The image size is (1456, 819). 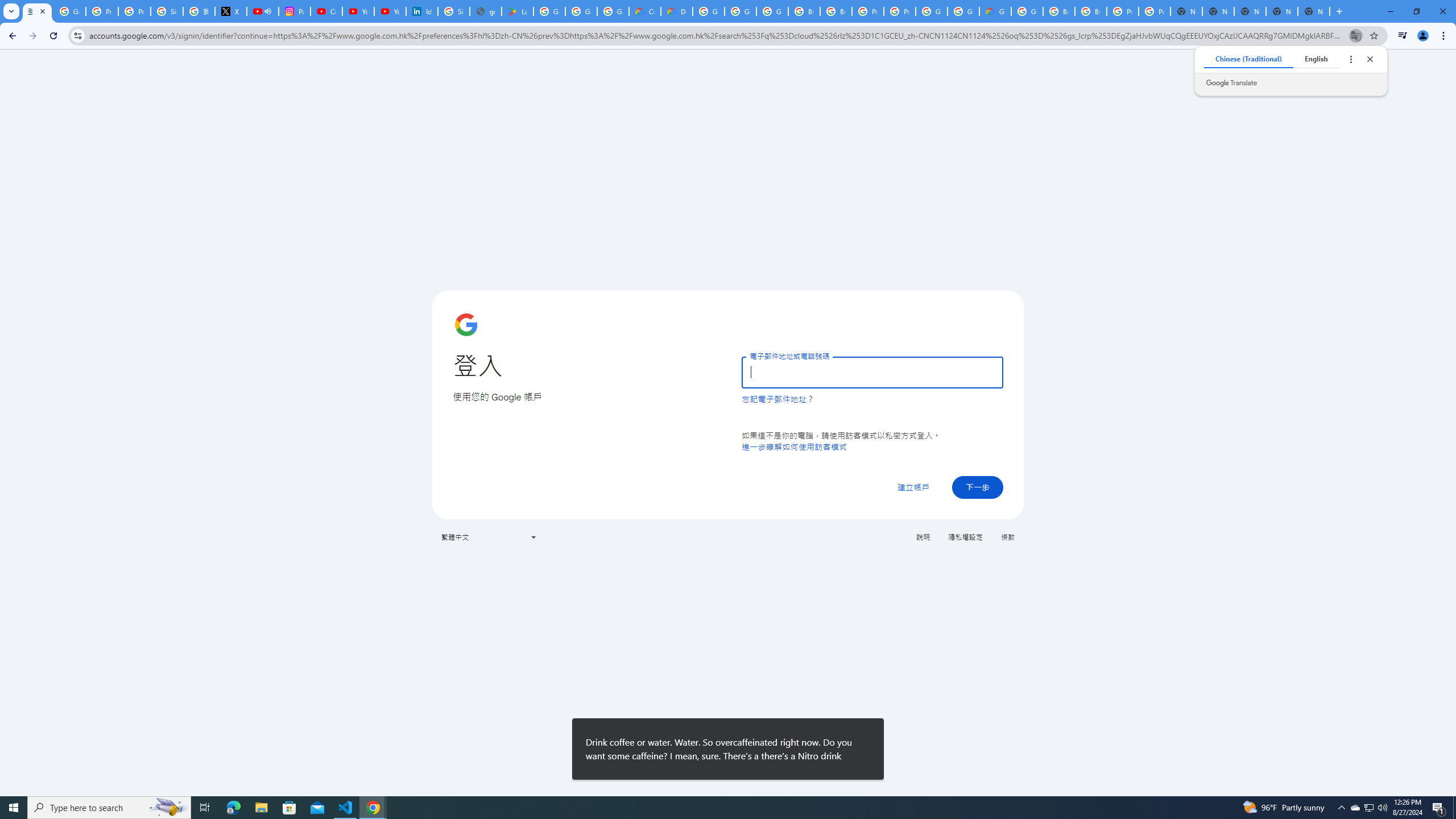 I want to click on 'Privacy Help Center - Policies Help', so click(x=134, y=11).